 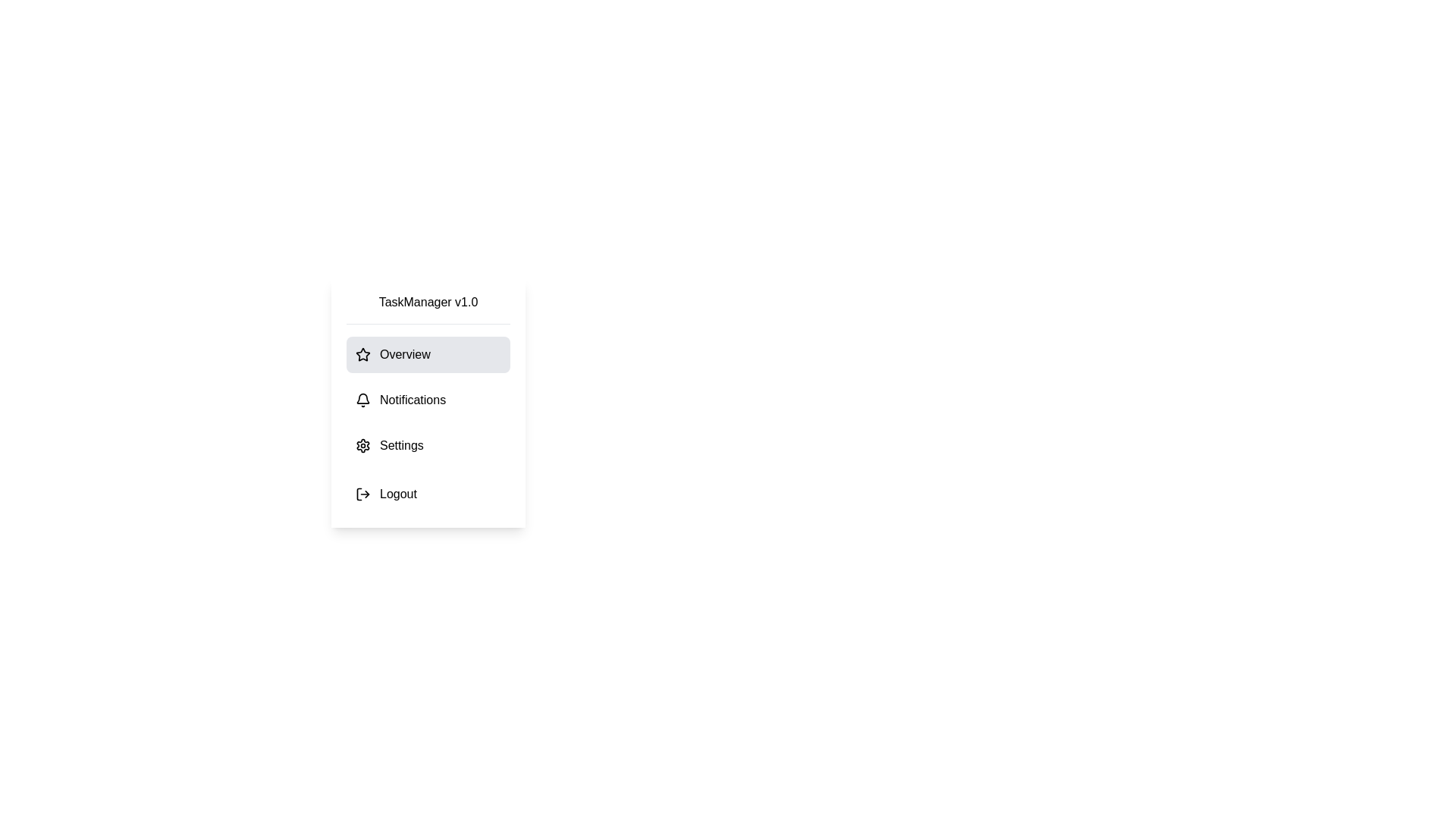 What do you see at coordinates (413, 400) in the screenshot?
I see `text of the 'Notifications' label, which is the second menu item in the vertical list under 'TaskManager v1.0'` at bounding box center [413, 400].